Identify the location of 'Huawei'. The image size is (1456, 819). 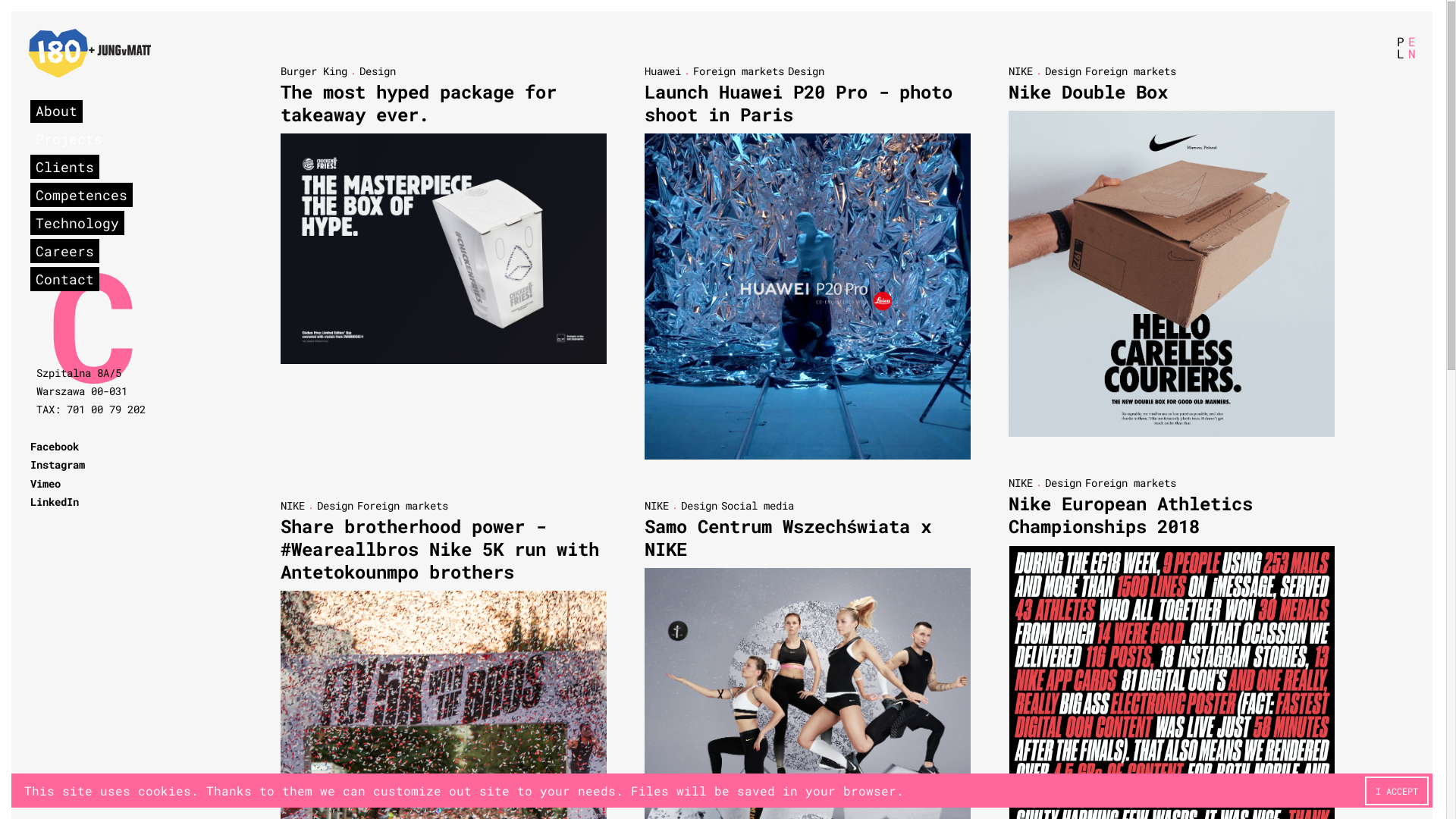
(662, 73).